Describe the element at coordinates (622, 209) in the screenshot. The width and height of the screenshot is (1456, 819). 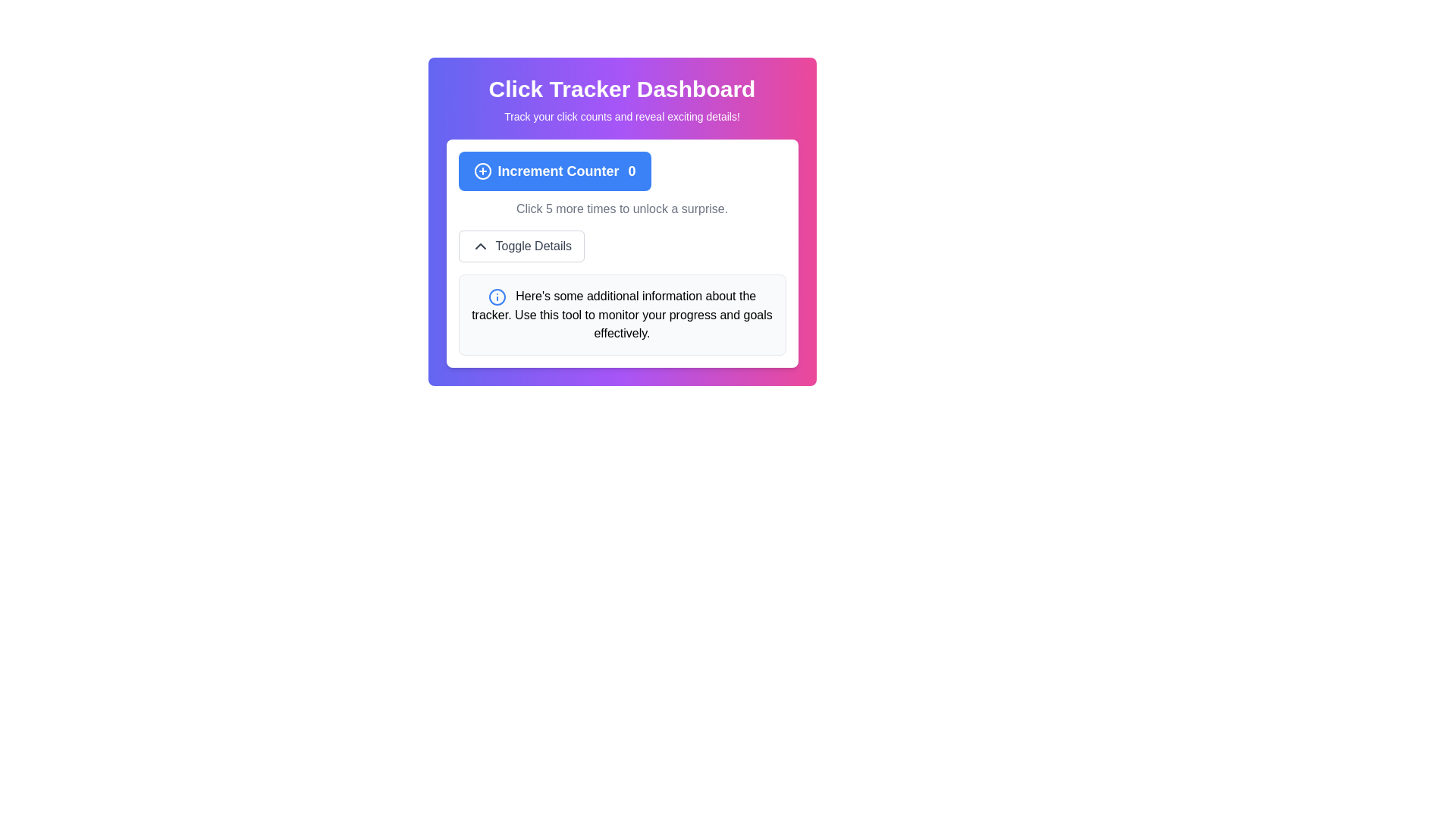
I see `the Text Label that provides feedback and motivation, located within a white card interface below the 'Increment Counter 0' button and above the 'Toggle Details' button, centered horizontally within the card` at that location.